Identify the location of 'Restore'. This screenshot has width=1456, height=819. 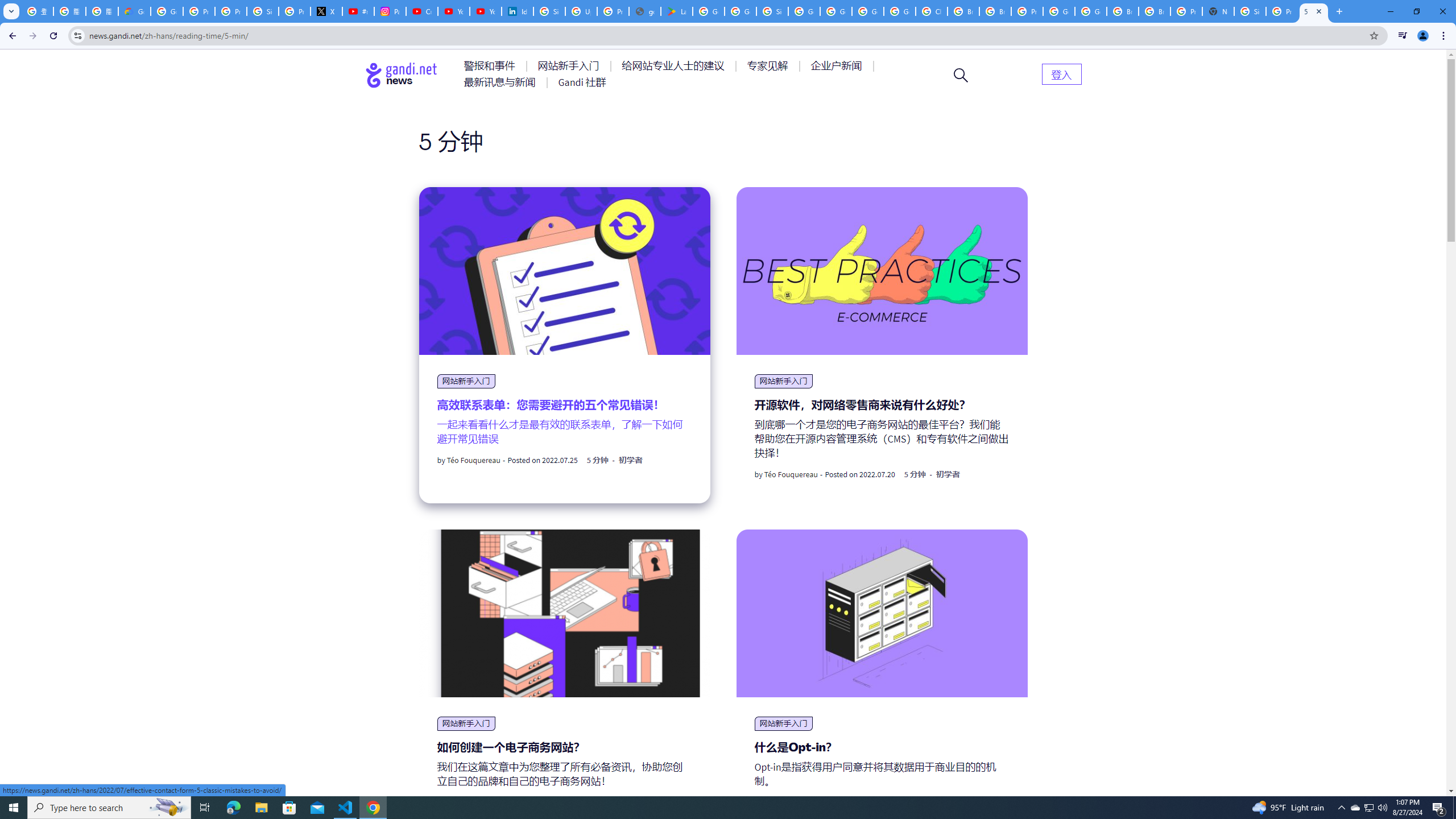
(1416, 11).